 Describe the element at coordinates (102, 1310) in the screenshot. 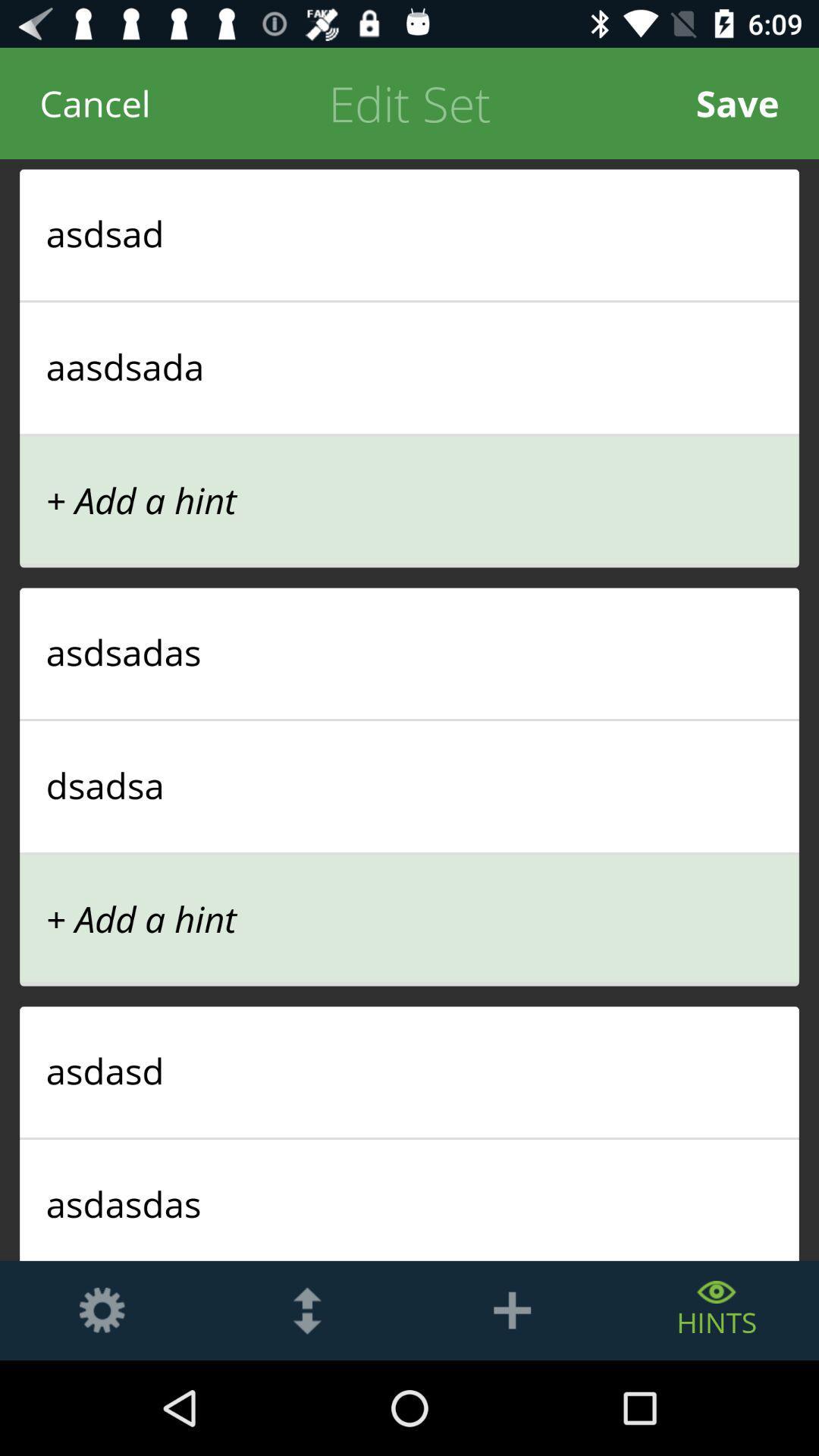

I see `settings` at that location.